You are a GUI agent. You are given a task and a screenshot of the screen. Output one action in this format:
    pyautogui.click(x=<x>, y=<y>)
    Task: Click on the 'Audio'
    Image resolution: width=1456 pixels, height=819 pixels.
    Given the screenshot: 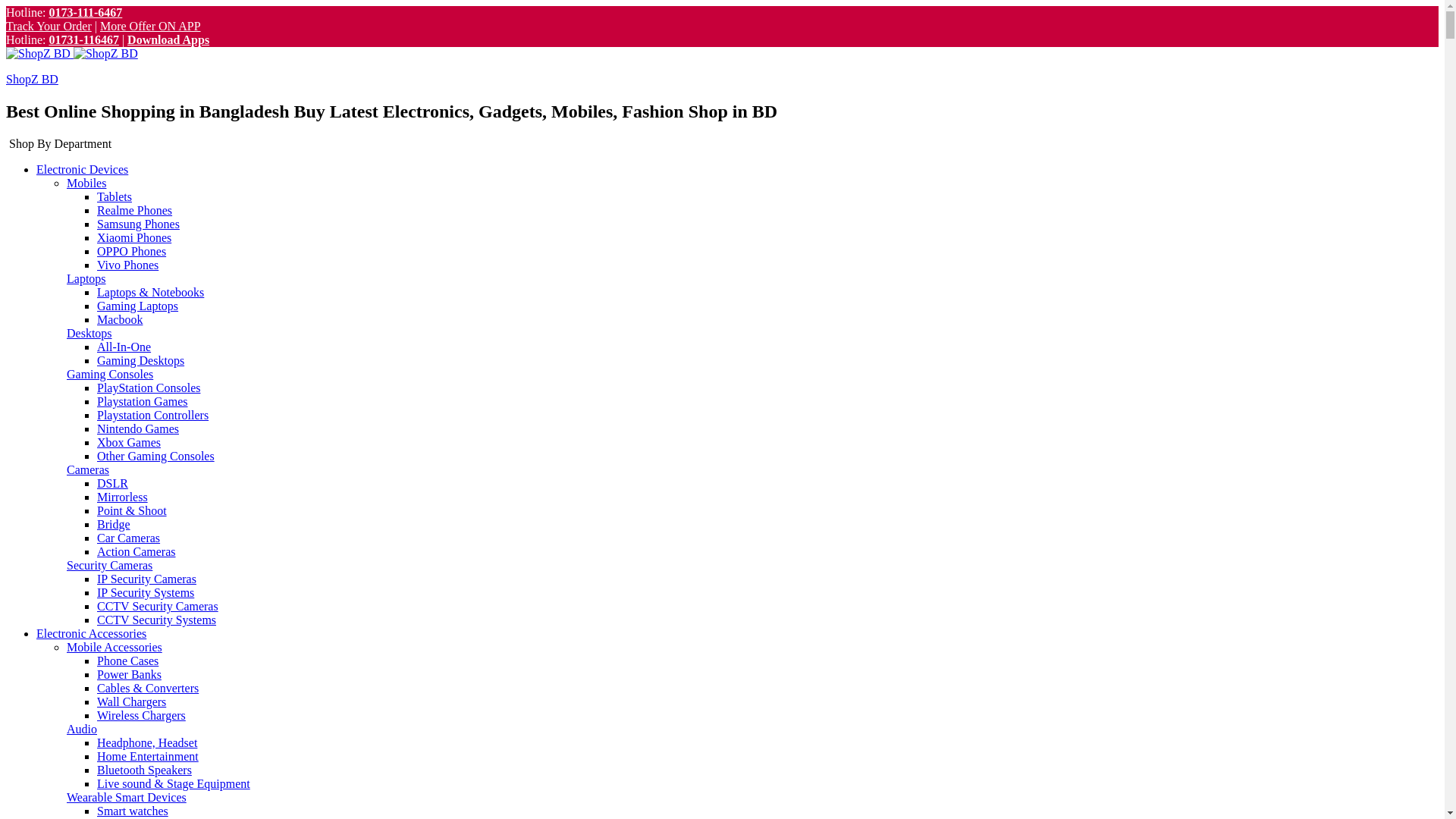 What is the action you would take?
    pyautogui.click(x=80, y=728)
    